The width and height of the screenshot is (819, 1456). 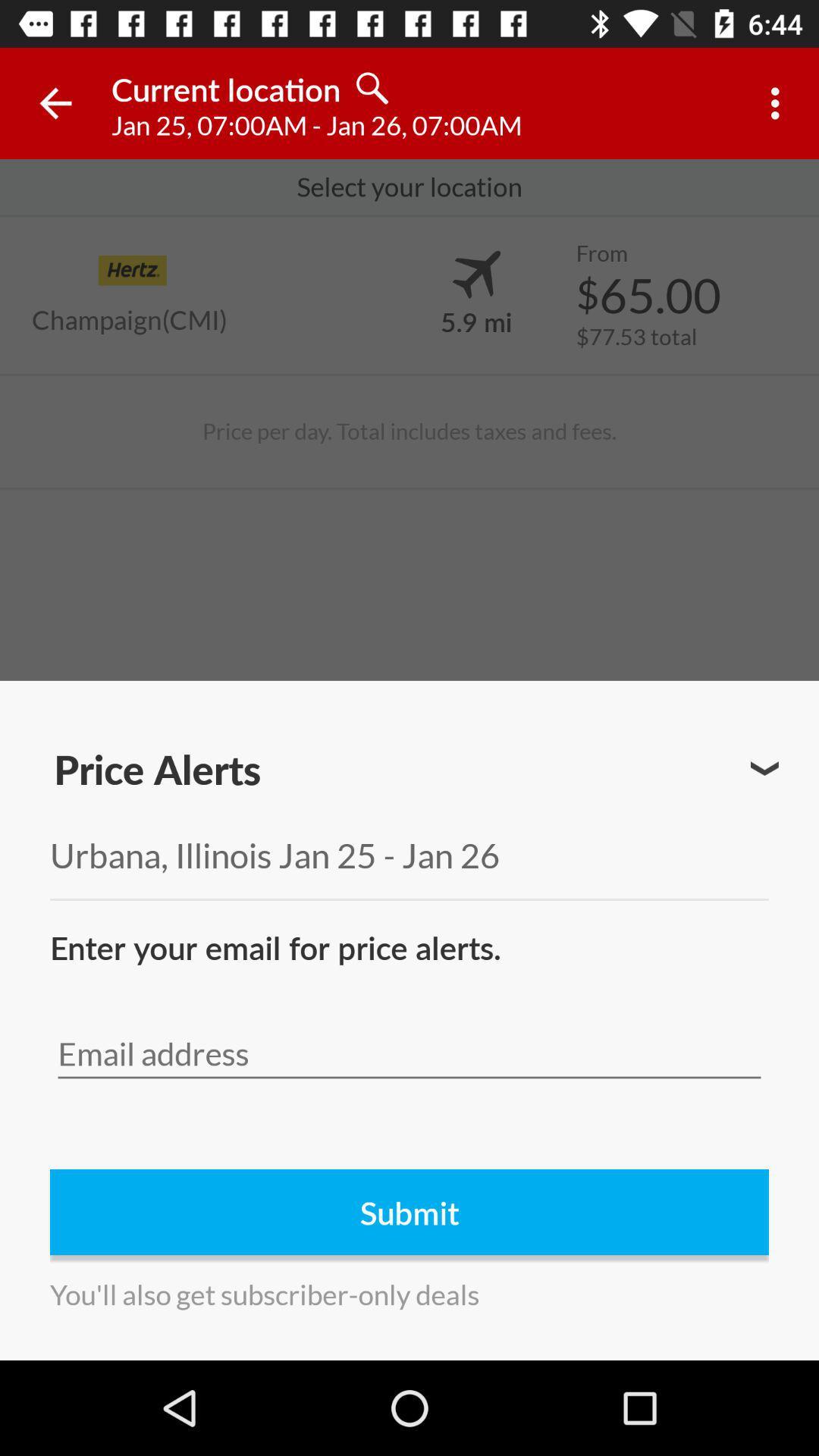 I want to click on expand field, so click(x=764, y=768).